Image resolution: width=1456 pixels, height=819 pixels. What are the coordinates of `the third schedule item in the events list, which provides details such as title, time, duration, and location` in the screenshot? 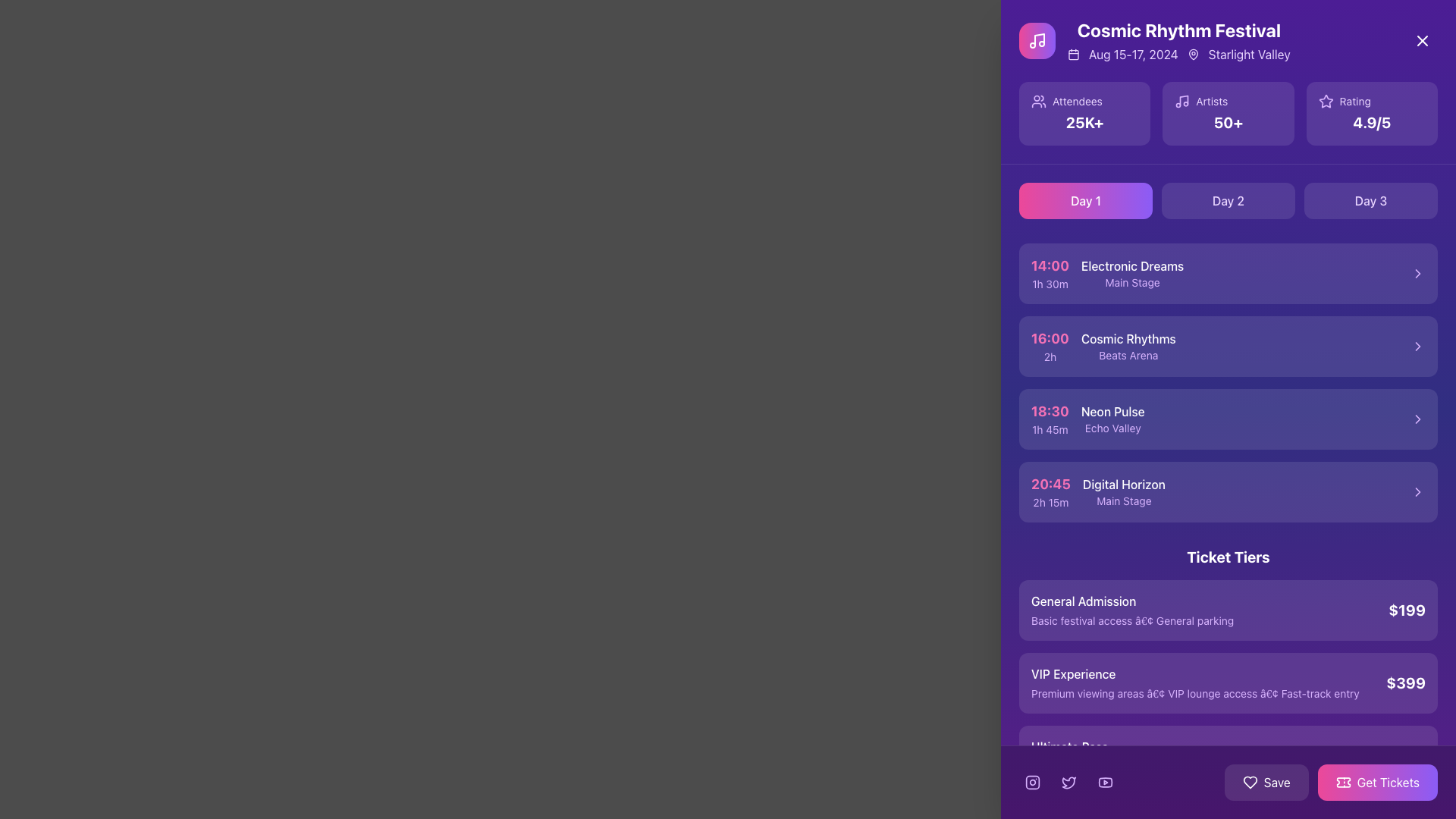 It's located at (1228, 382).